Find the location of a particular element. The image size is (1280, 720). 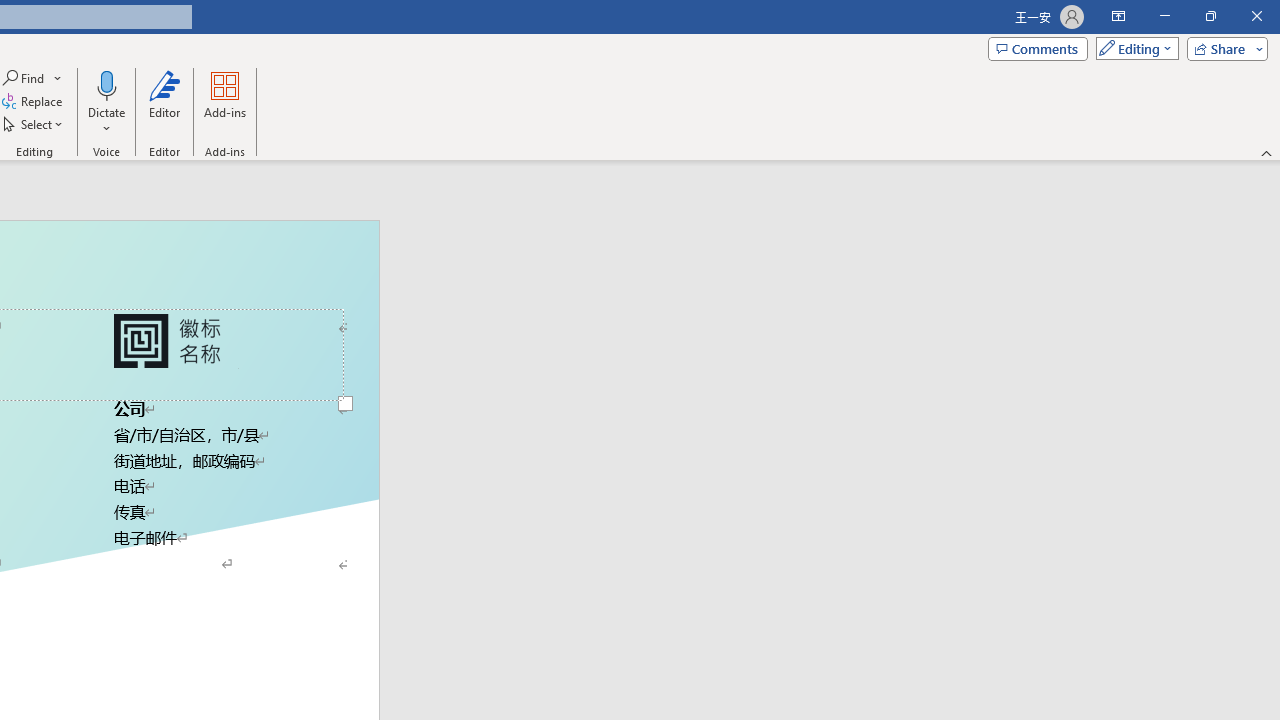

'Mode' is located at coordinates (1133, 47).